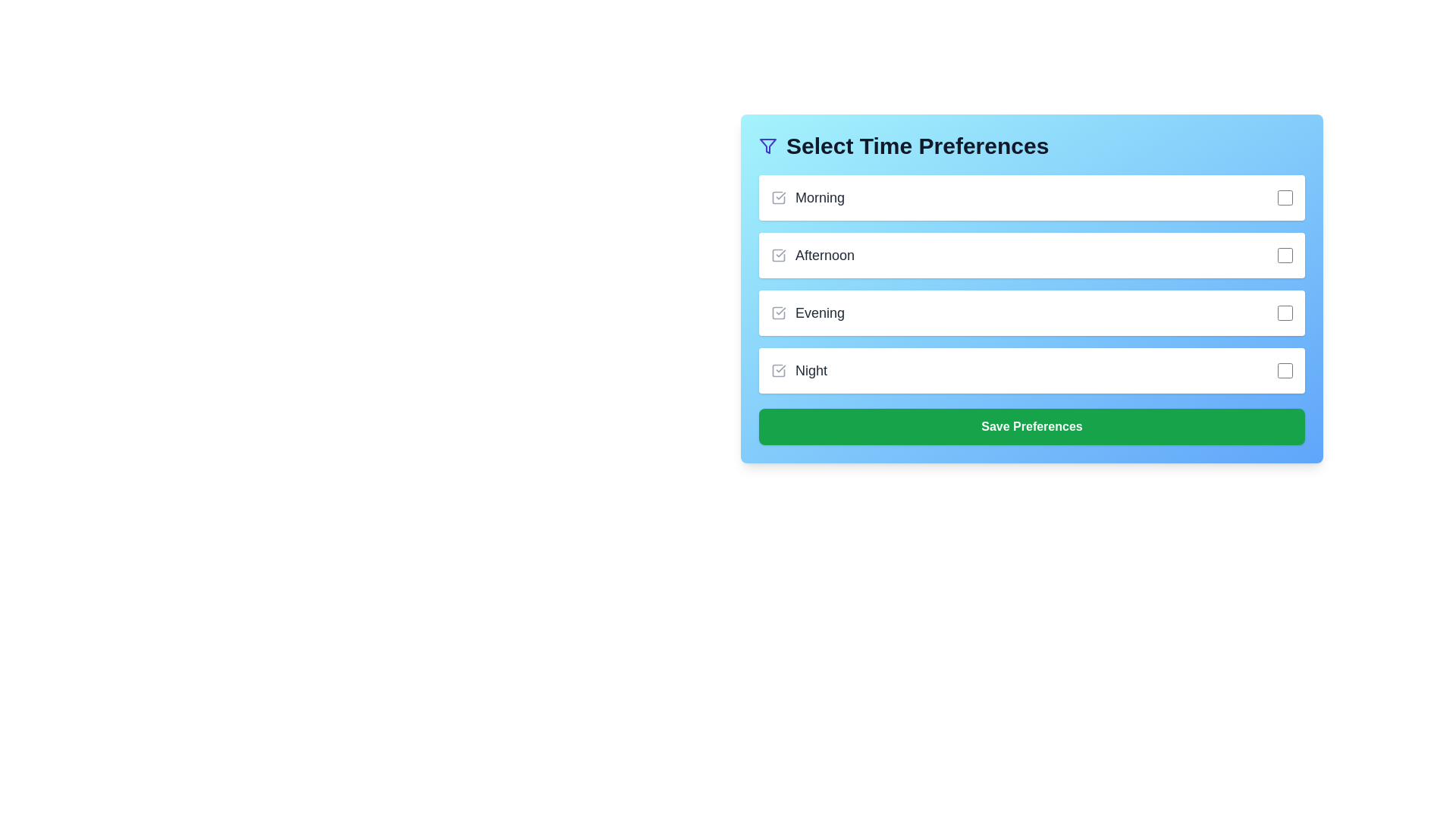 The height and width of the screenshot is (819, 1456). Describe the element at coordinates (779, 371) in the screenshot. I see `the checkbox located to the right of the 'Night' option in the 'Select Time Preferences' form` at that location.